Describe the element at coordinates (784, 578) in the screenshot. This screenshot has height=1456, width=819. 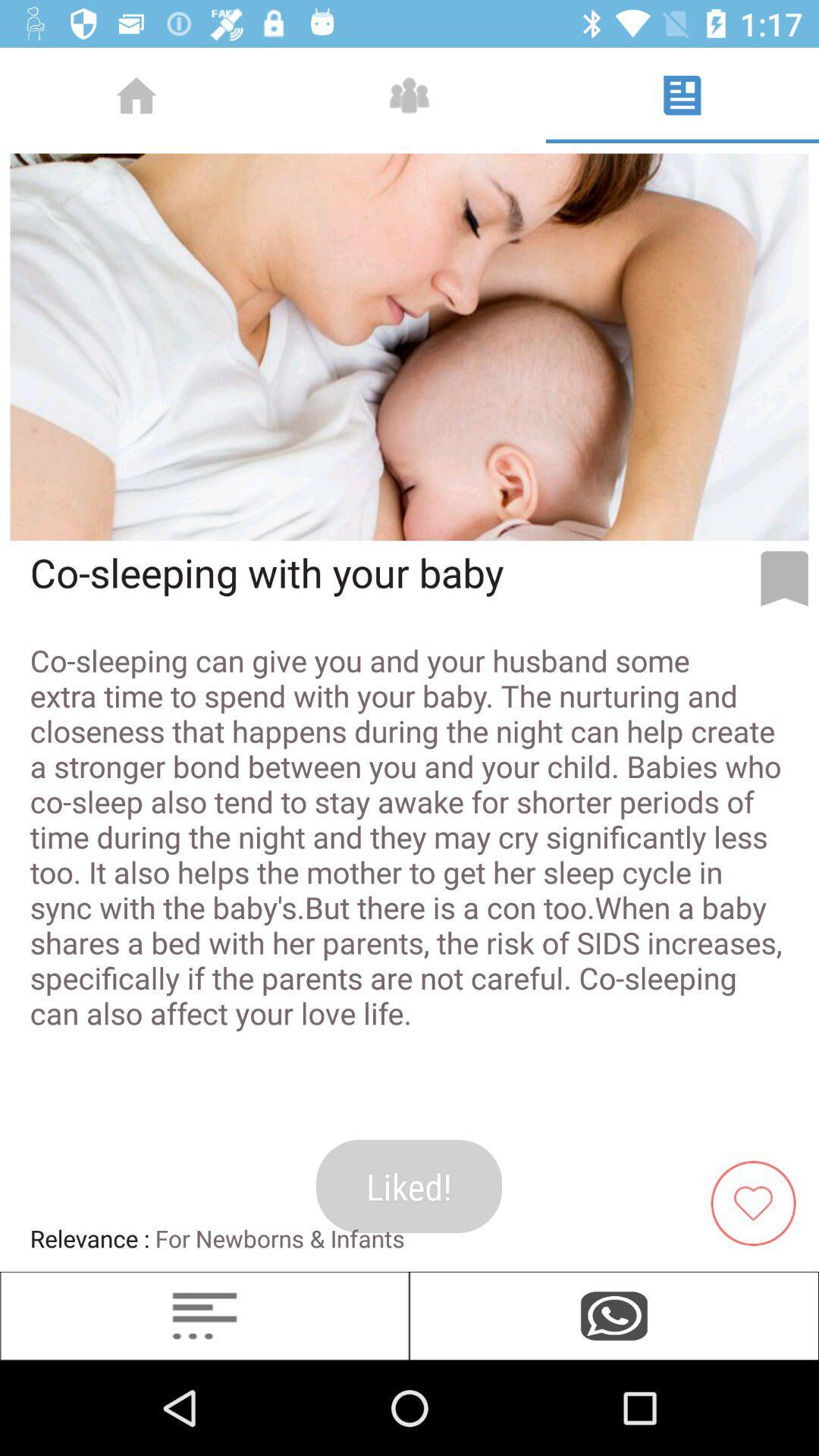
I see `bookmark this article` at that location.